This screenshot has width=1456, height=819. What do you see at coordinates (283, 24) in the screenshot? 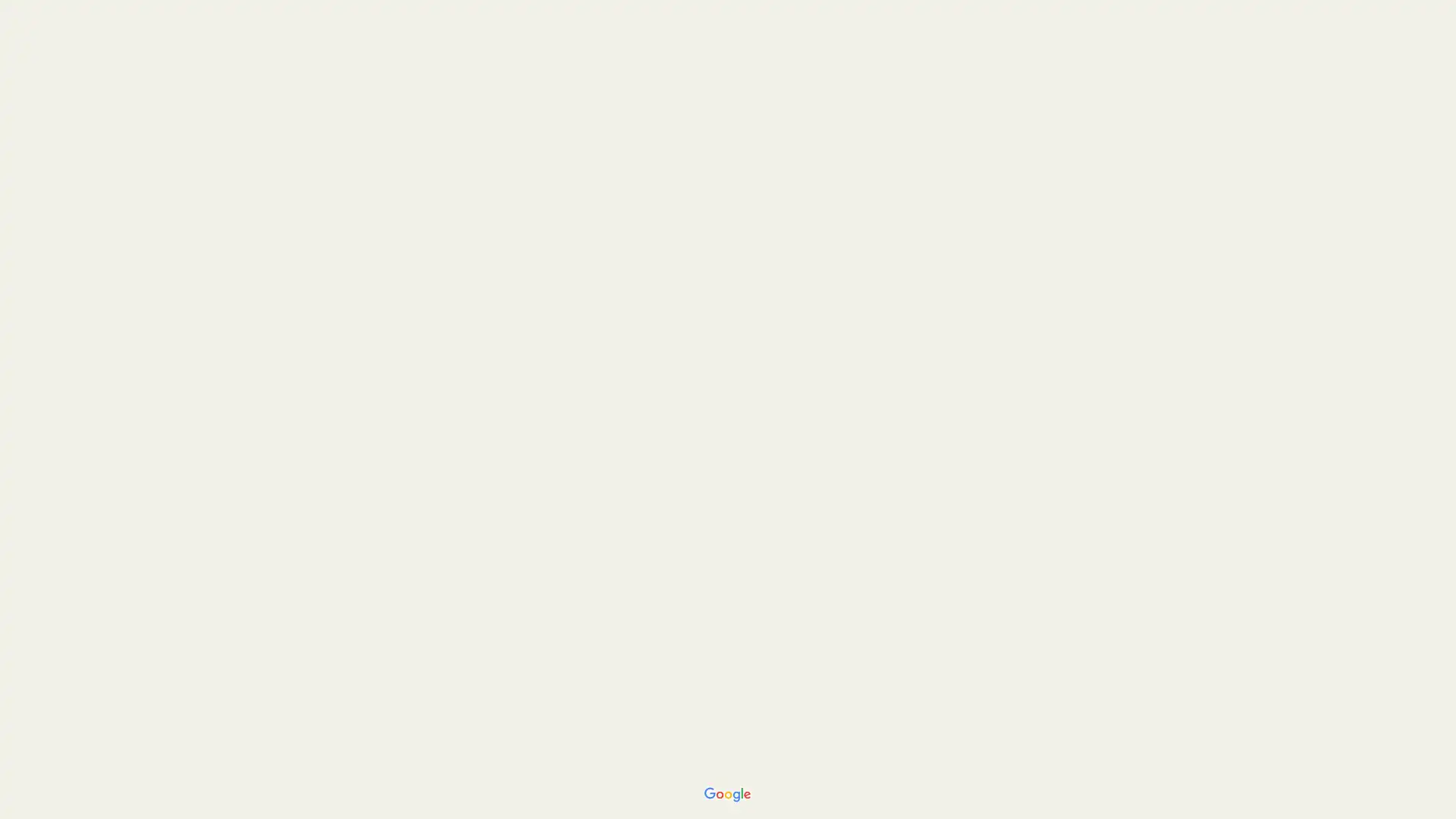
I see `Clear search` at bounding box center [283, 24].